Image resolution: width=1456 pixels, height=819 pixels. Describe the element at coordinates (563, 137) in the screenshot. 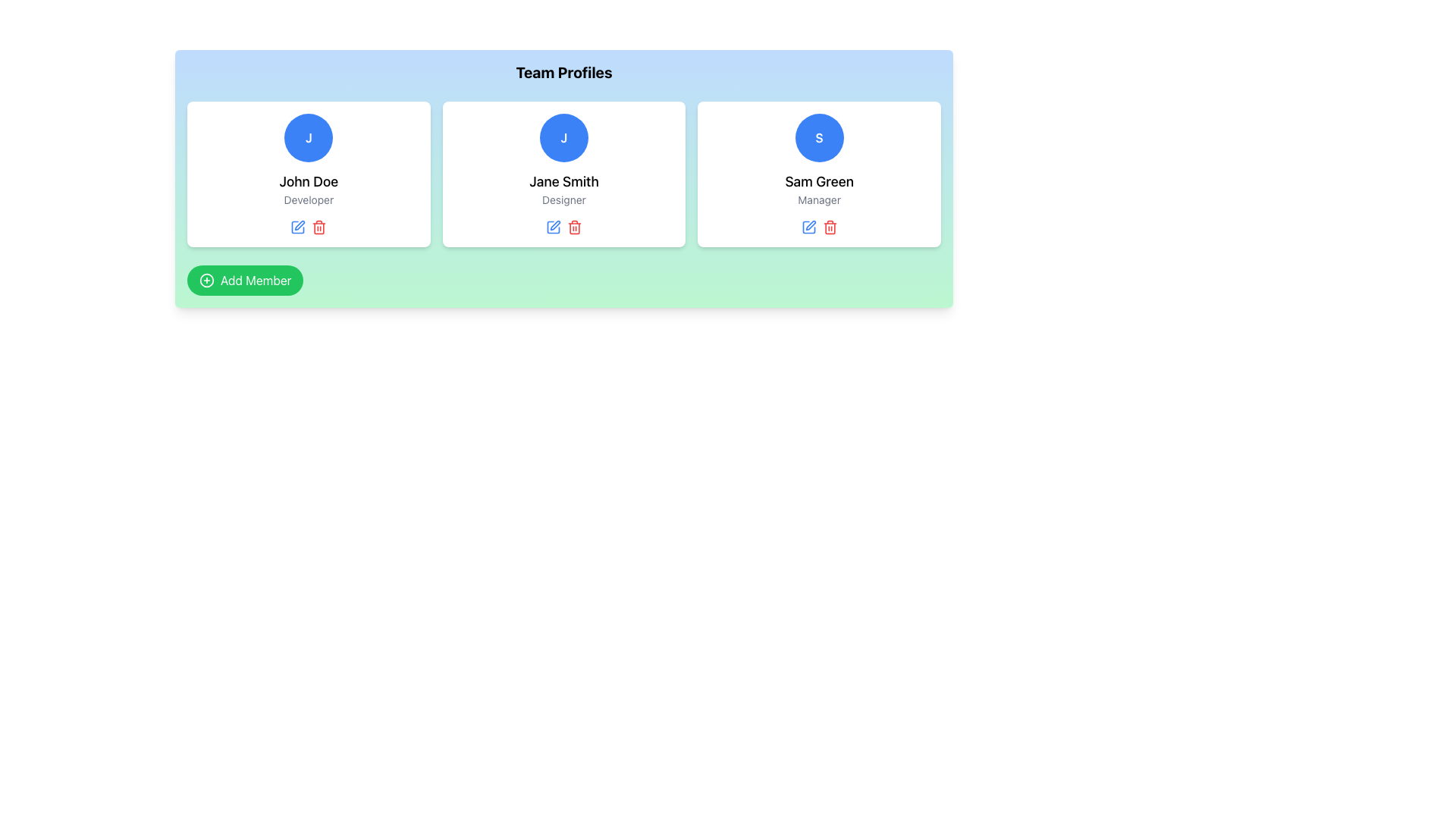

I see `the avatar representing 'Jane Smith', which is located in the upper section of the profile card` at that location.